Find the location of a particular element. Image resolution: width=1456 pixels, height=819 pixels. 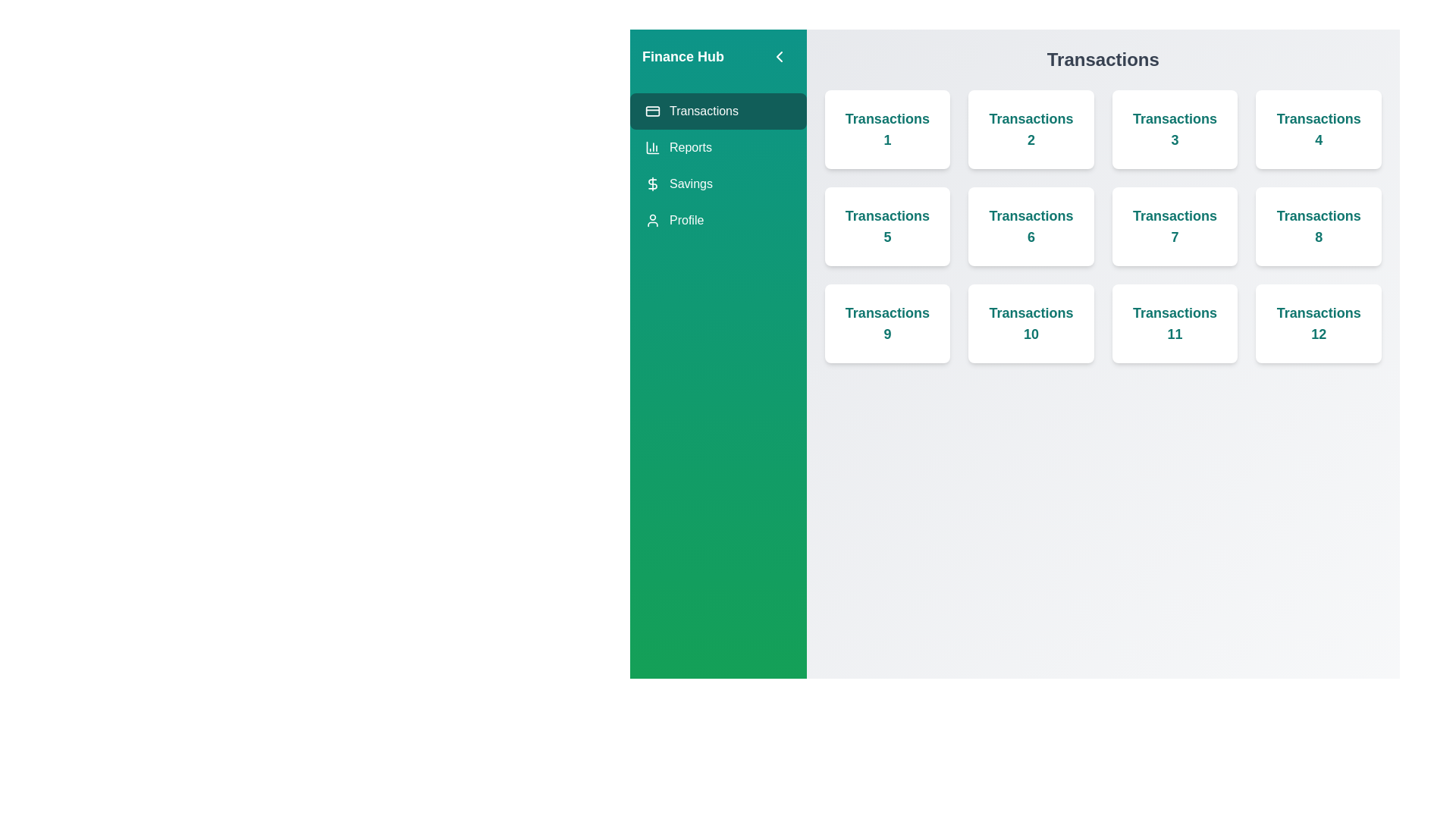

the sidebar header element Savings is located at coordinates (717, 184).